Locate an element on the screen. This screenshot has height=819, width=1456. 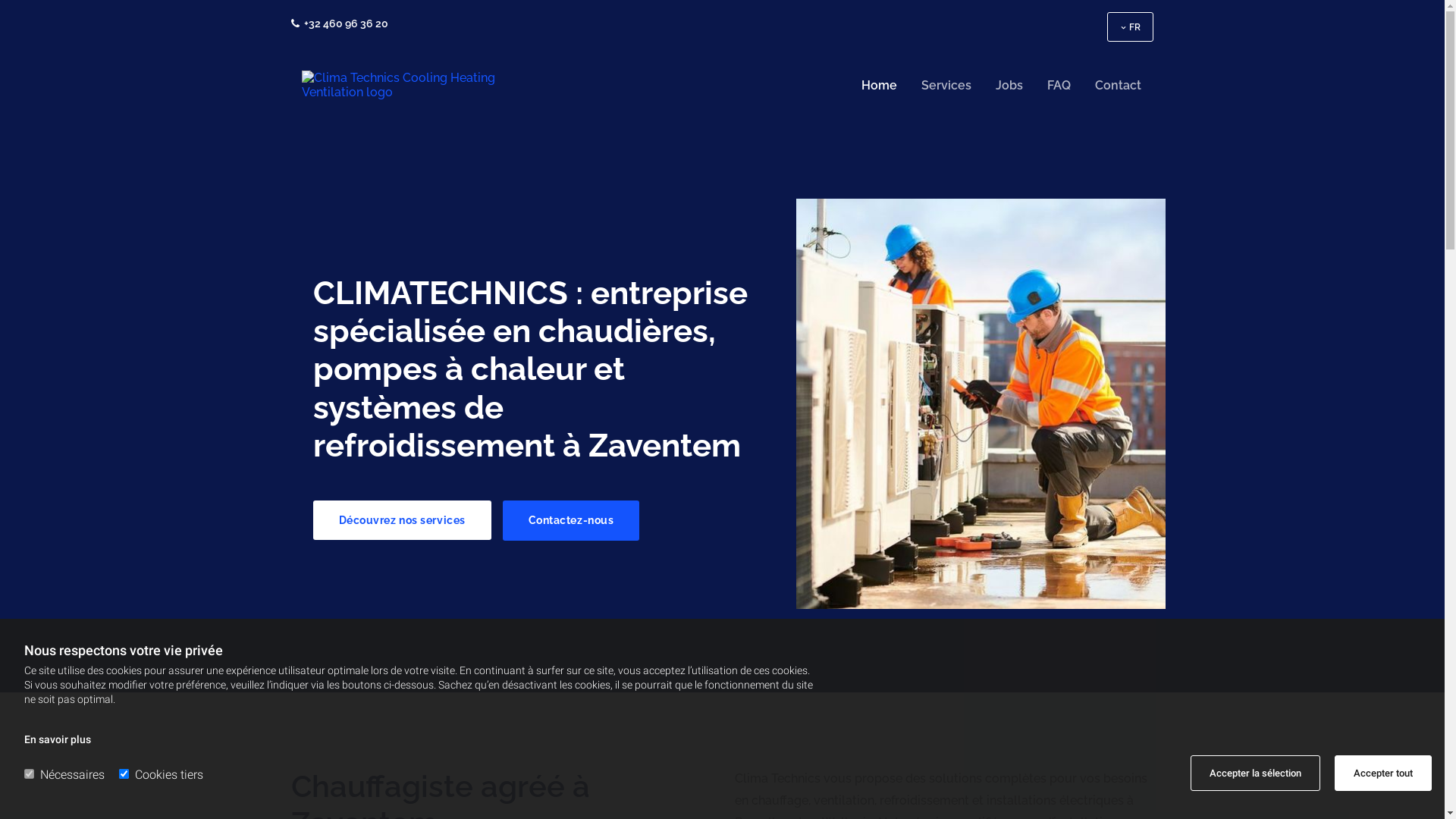
'En savoir plus' is located at coordinates (58, 739).